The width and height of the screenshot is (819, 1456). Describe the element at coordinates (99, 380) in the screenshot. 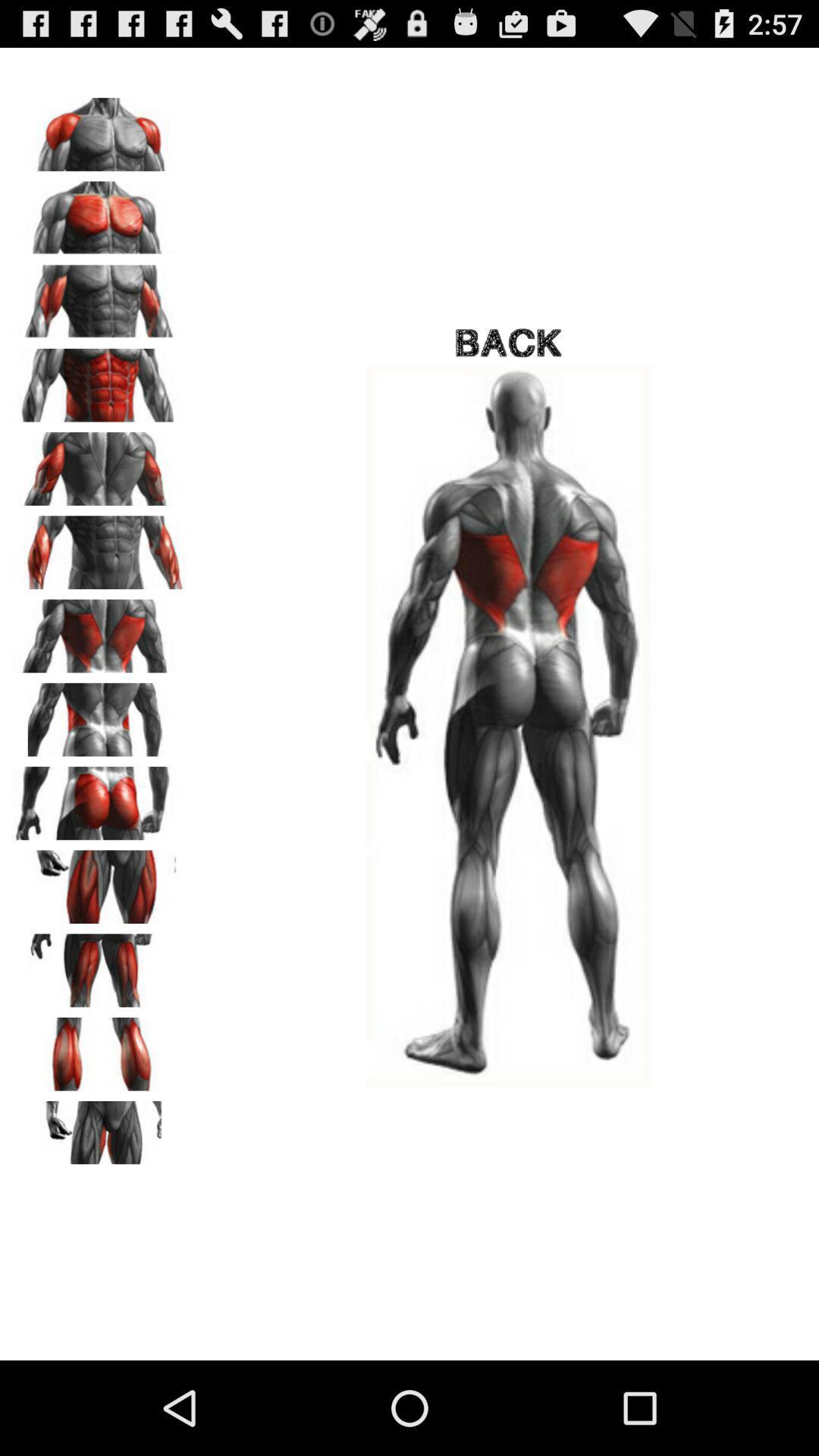

I see `show abs` at that location.